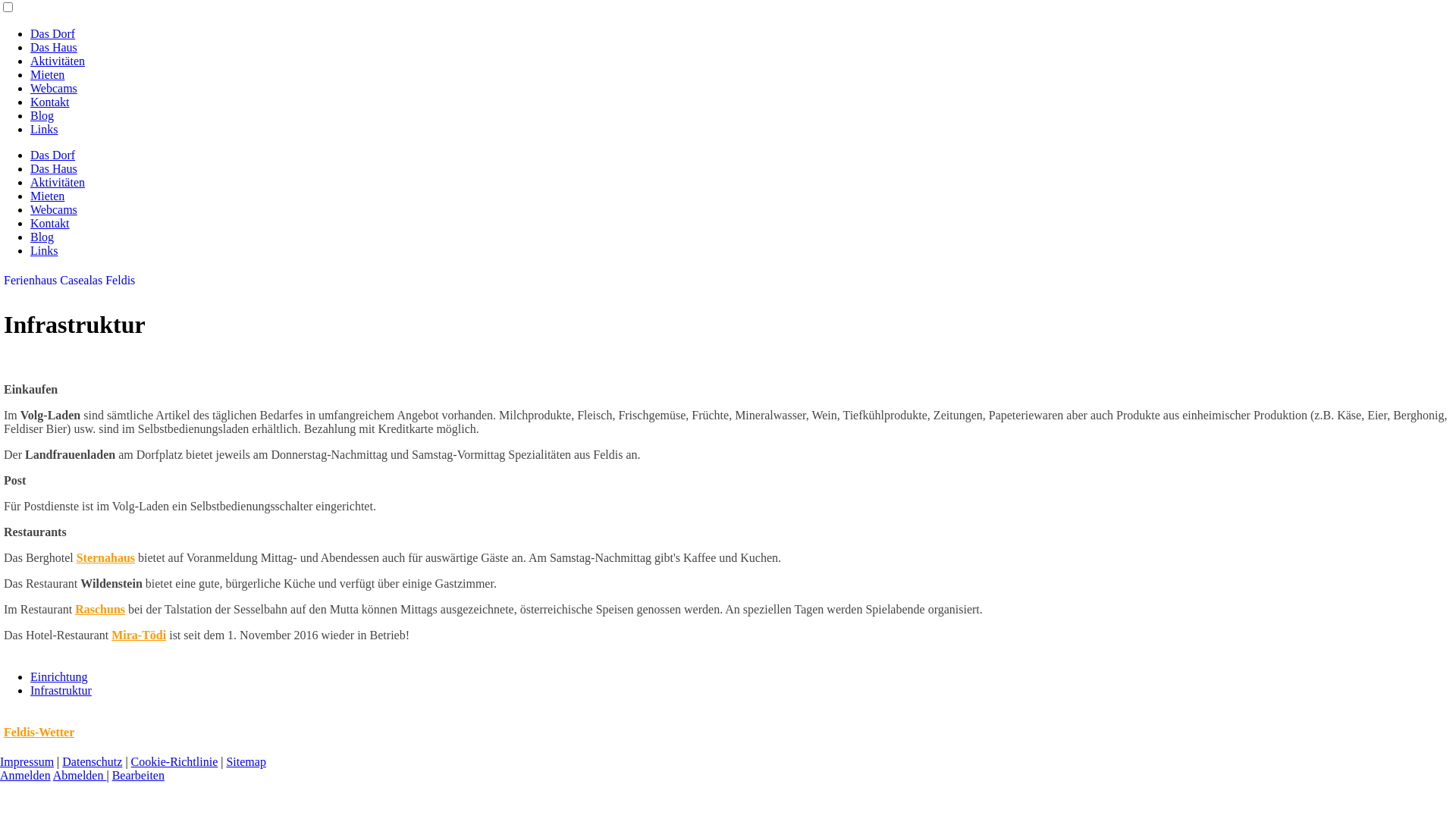 The width and height of the screenshot is (1456, 819). Describe the element at coordinates (43, 249) in the screenshot. I see `'Links'` at that location.